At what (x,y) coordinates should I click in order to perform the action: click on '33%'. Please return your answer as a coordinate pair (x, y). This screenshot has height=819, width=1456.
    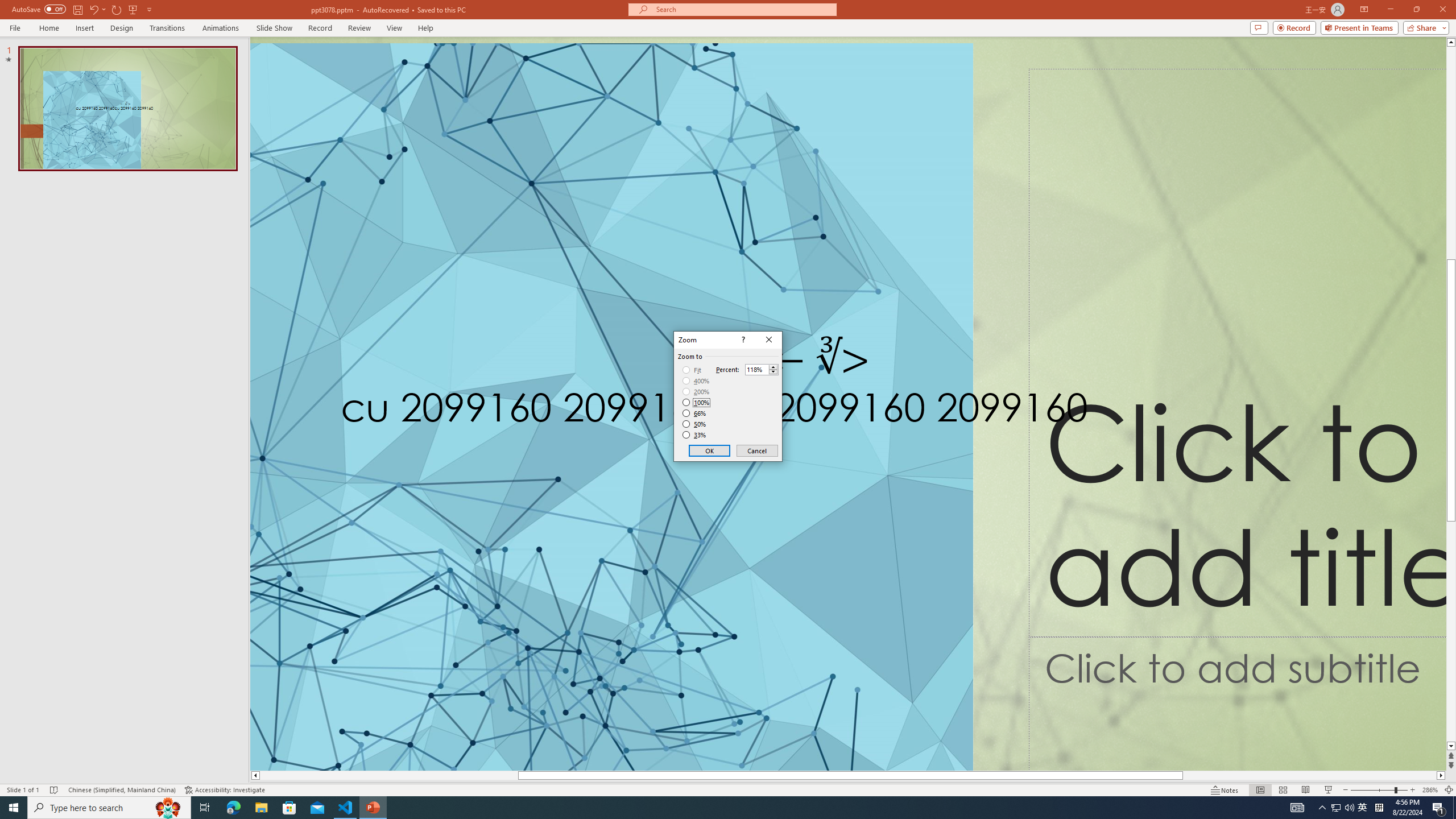
    Looking at the image, I should click on (695, 435).